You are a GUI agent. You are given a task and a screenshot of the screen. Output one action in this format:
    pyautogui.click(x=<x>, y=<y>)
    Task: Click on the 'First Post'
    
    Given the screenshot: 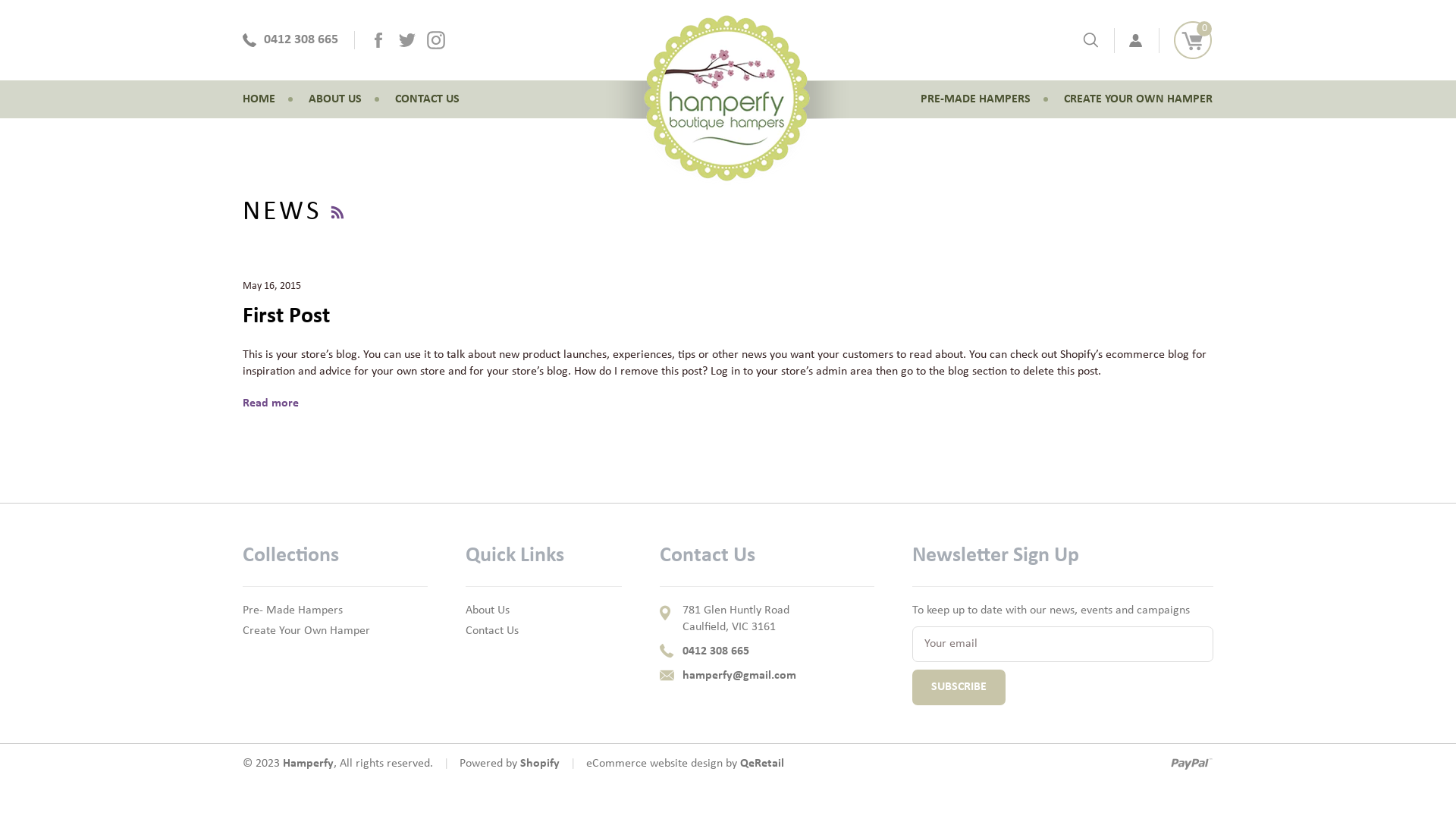 What is the action you would take?
    pyautogui.click(x=286, y=315)
    